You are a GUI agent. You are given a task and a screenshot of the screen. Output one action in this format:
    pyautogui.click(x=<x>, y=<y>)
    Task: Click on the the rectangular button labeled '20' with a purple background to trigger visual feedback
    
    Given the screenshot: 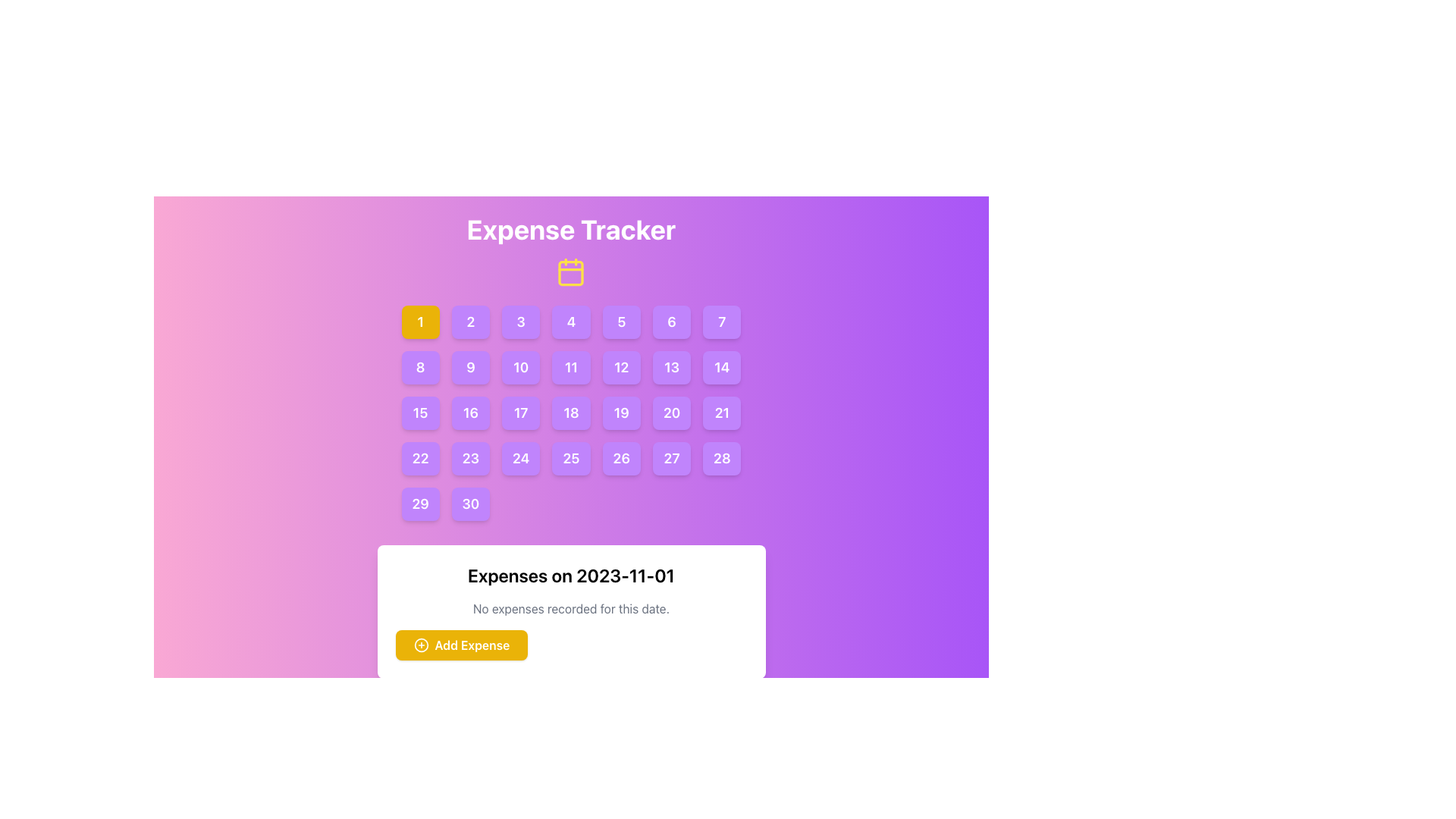 What is the action you would take?
    pyautogui.click(x=671, y=413)
    